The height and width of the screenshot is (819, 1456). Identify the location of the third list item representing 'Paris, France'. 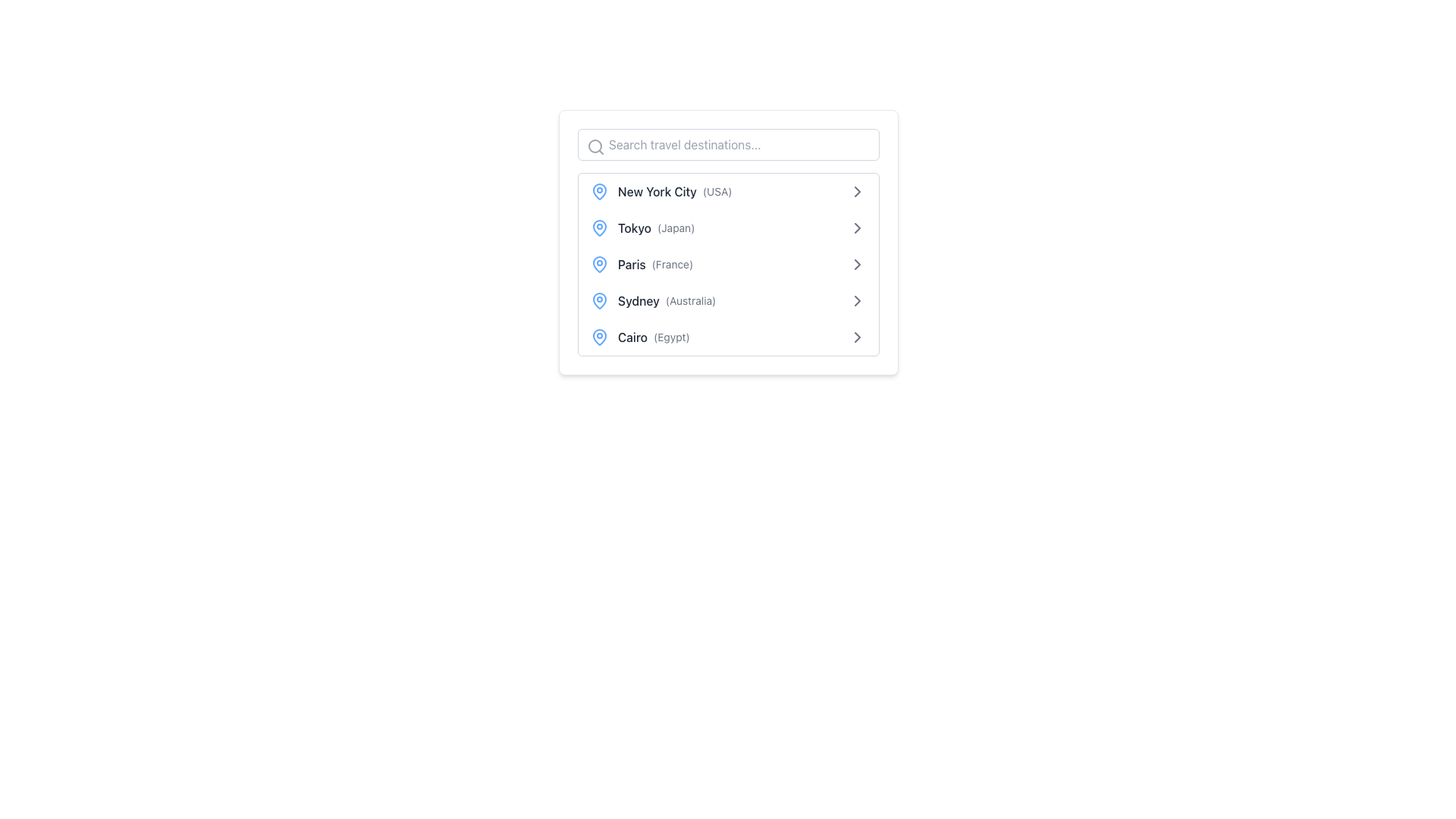
(728, 263).